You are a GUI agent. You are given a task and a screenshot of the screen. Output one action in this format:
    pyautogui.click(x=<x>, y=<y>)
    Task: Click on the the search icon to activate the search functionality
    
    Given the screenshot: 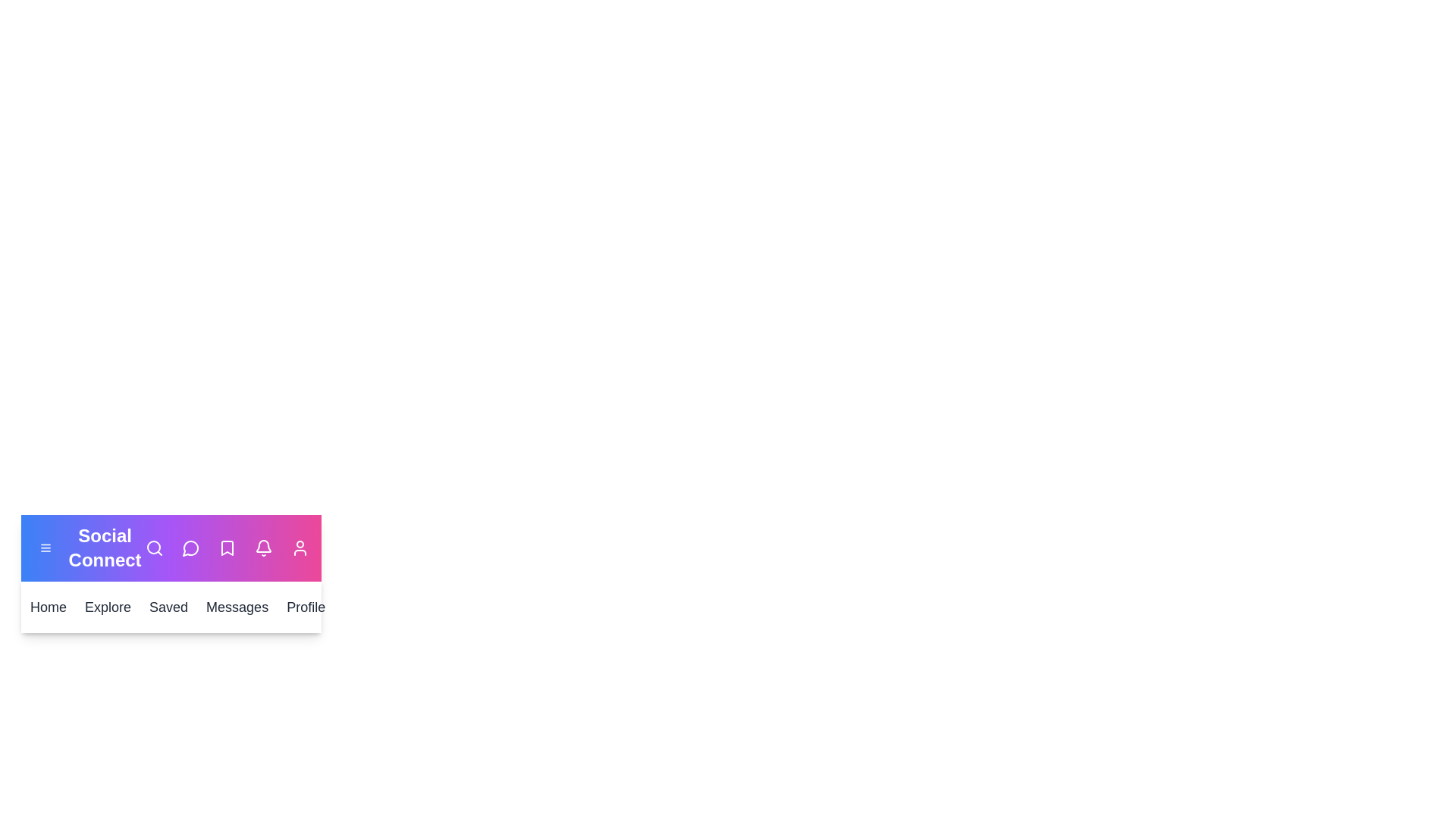 What is the action you would take?
    pyautogui.click(x=154, y=548)
    